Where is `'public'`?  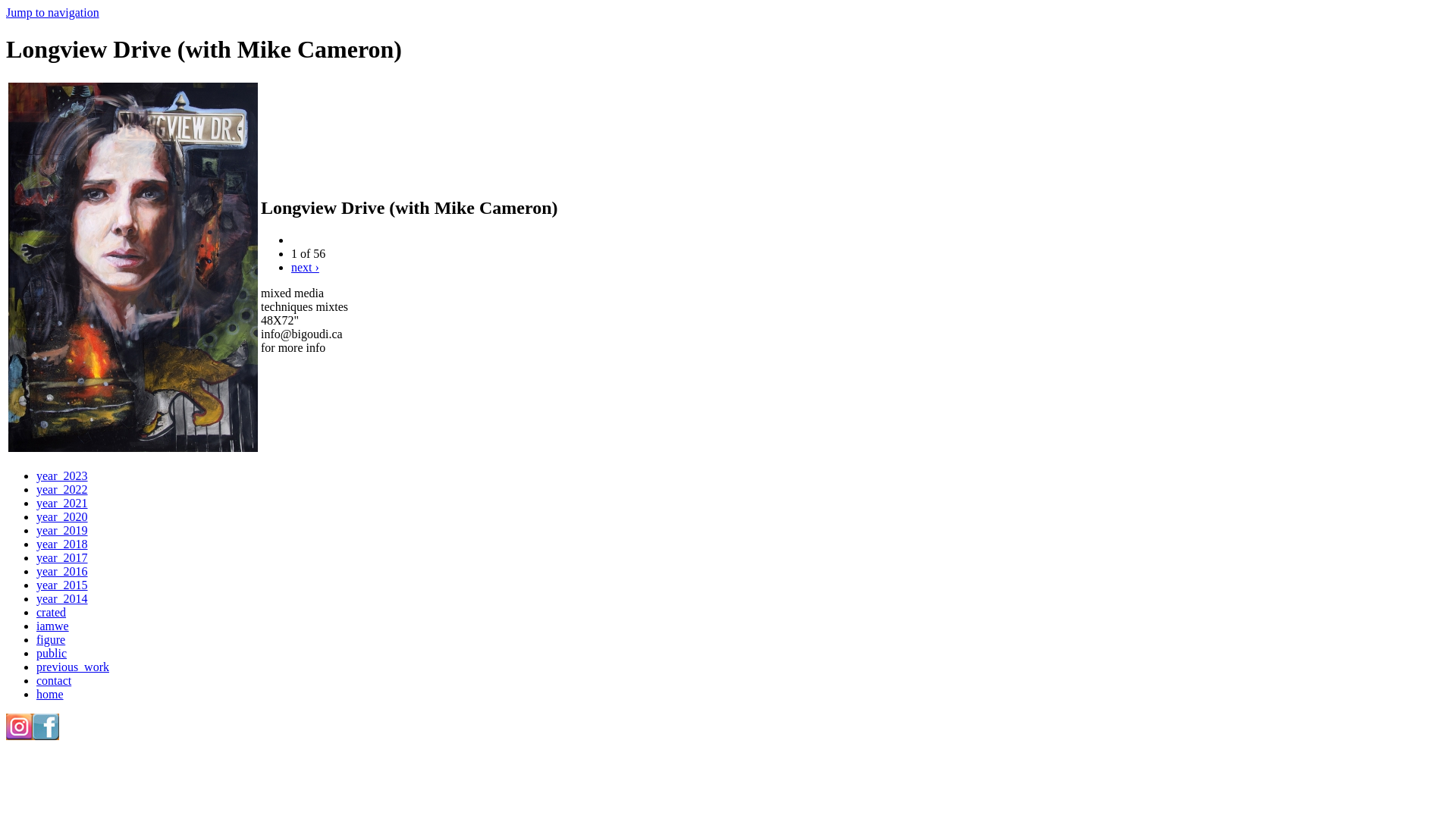
'public' is located at coordinates (51, 652).